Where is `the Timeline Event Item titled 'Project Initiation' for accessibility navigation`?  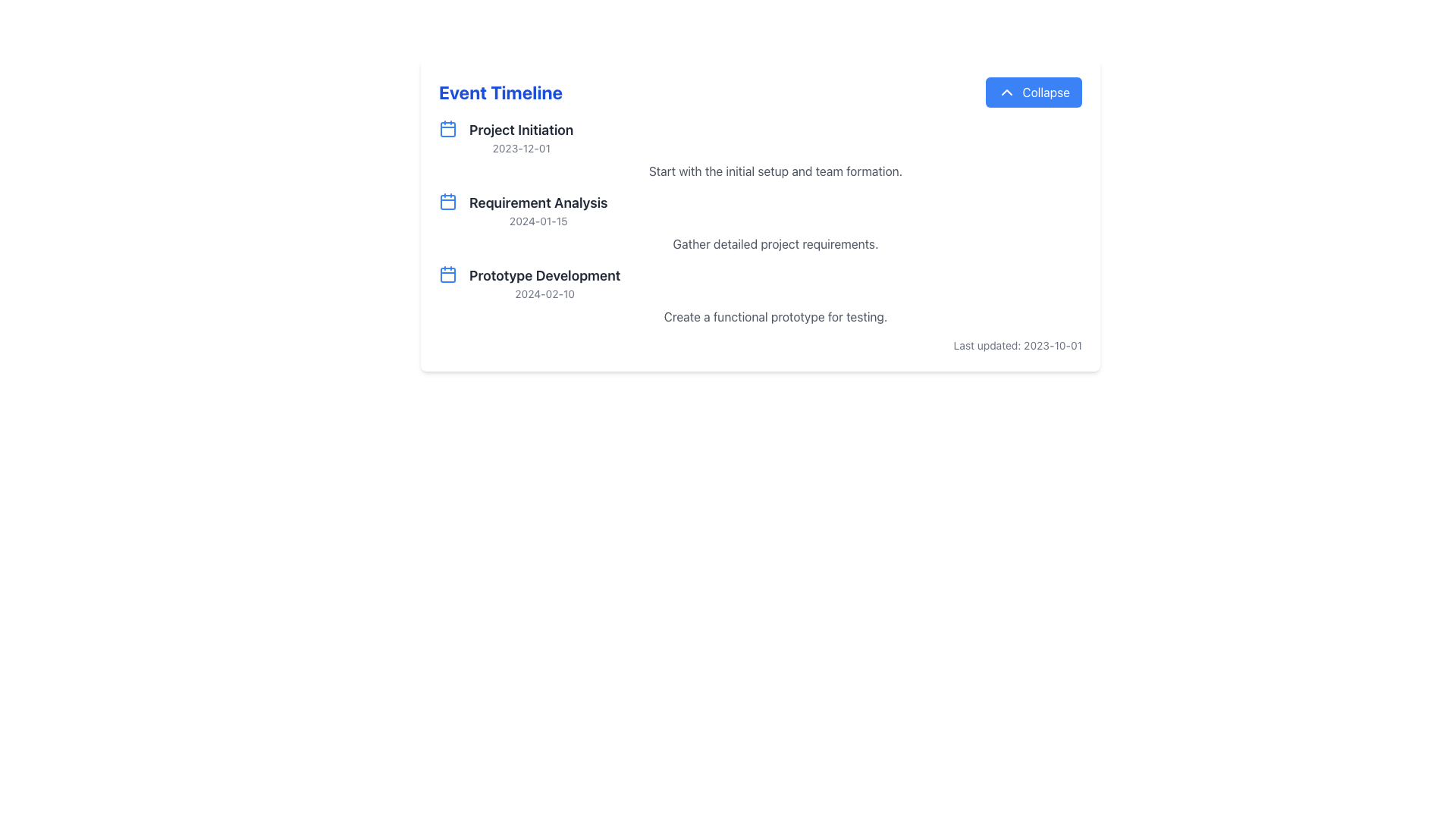 the Timeline Event Item titled 'Project Initiation' for accessibility navigation is located at coordinates (761, 149).